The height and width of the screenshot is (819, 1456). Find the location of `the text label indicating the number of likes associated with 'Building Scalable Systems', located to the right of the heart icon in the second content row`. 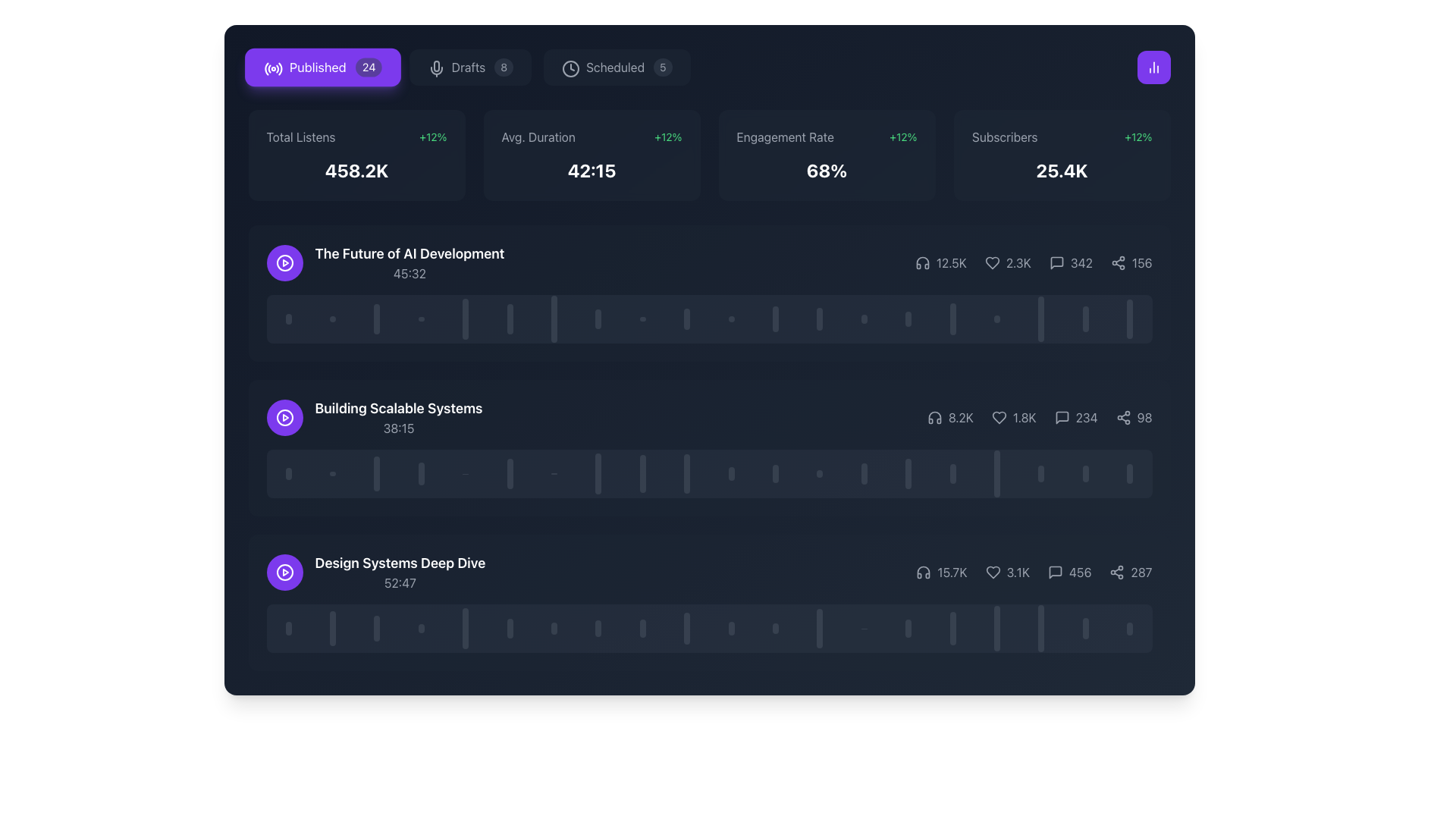

the text label indicating the number of likes associated with 'Building Scalable Systems', located to the right of the heart icon in the second content row is located at coordinates (1025, 418).